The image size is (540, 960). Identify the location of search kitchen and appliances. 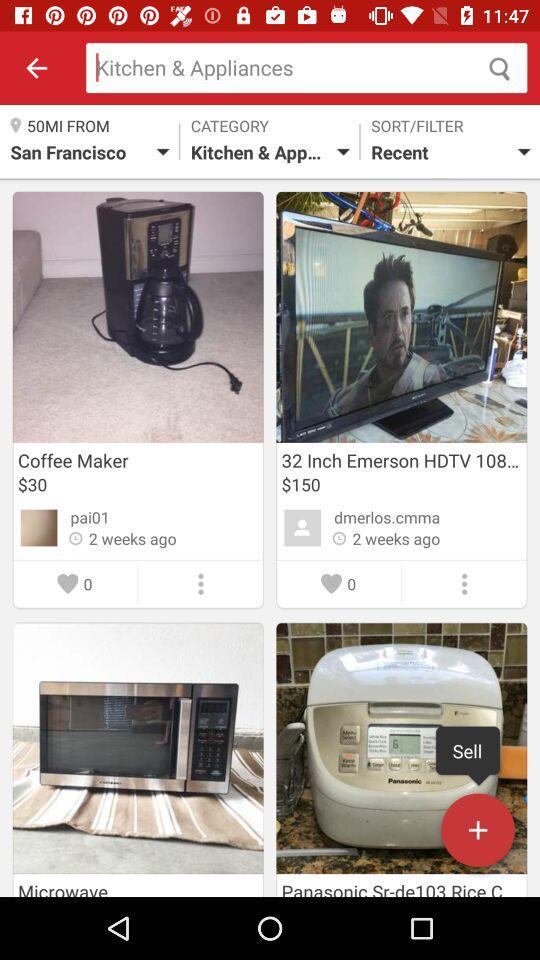
(306, 68).